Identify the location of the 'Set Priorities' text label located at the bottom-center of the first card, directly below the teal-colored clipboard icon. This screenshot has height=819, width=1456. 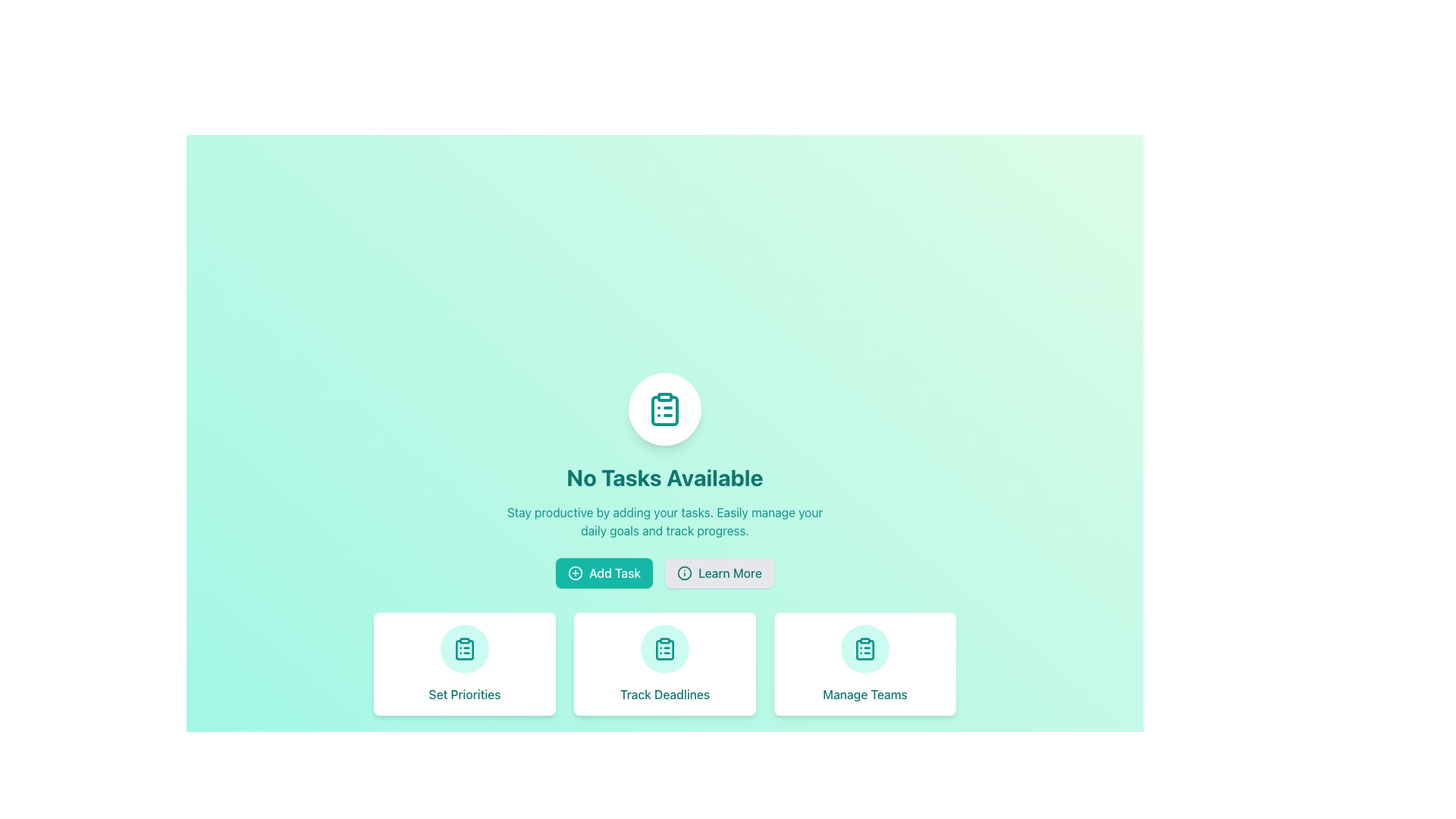
(464, 694).